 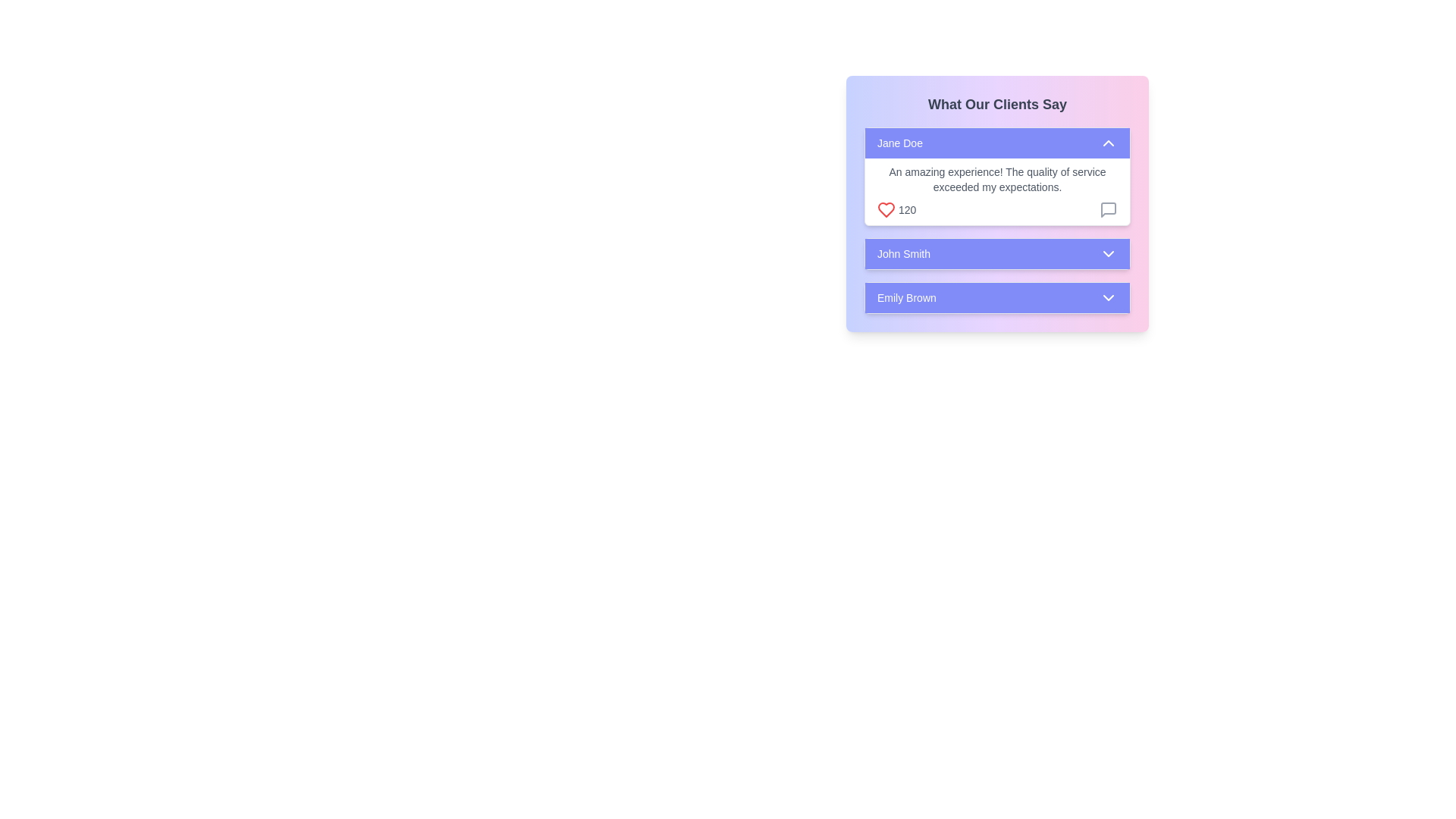 I want to click on the displayed value of the Statistical Counter with Icon that shows '120' next to a red heart icon, so click(x=896, y=210).